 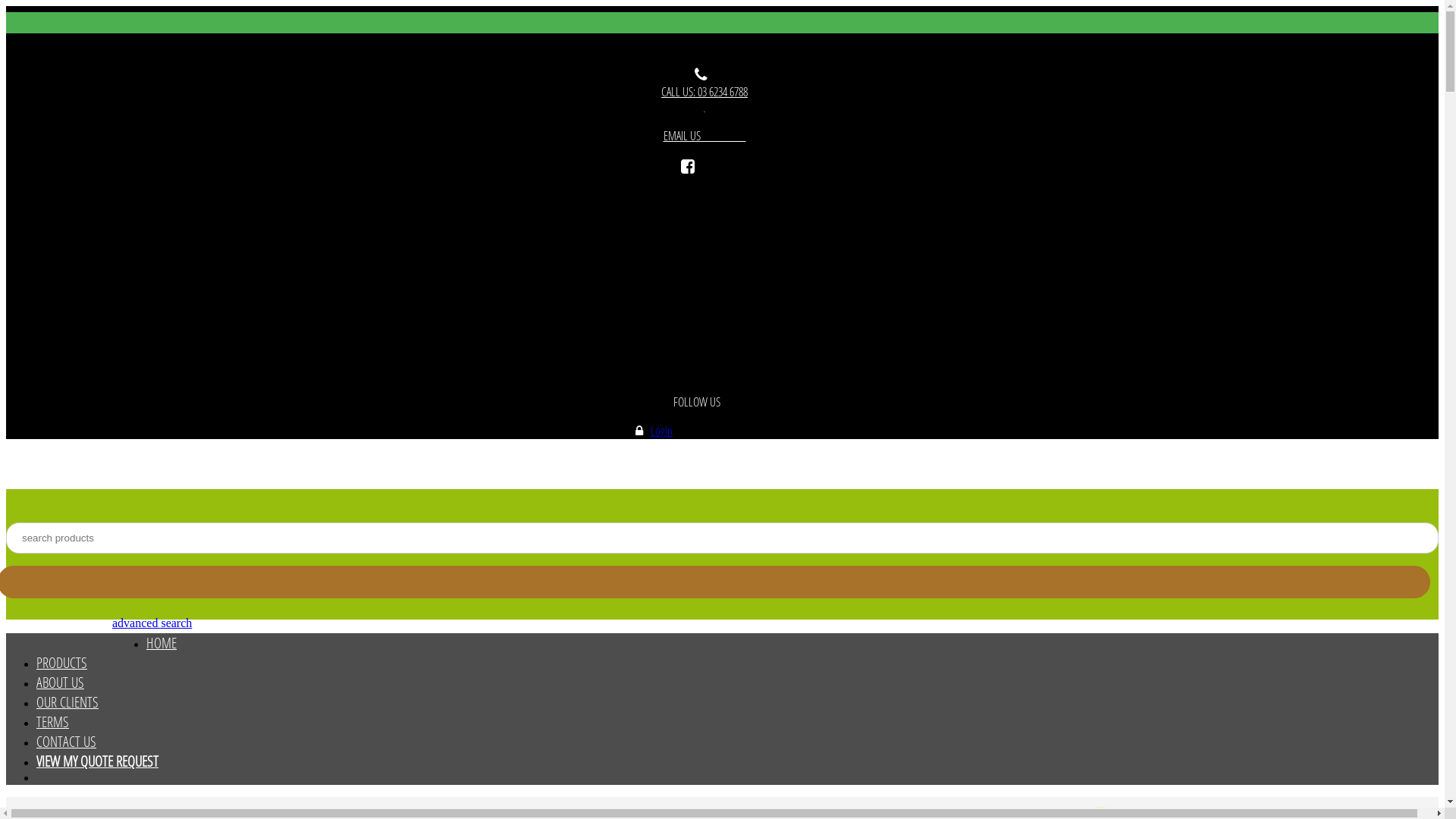 I want to click on 'PRODUCTS', so click(x=61, y=662).